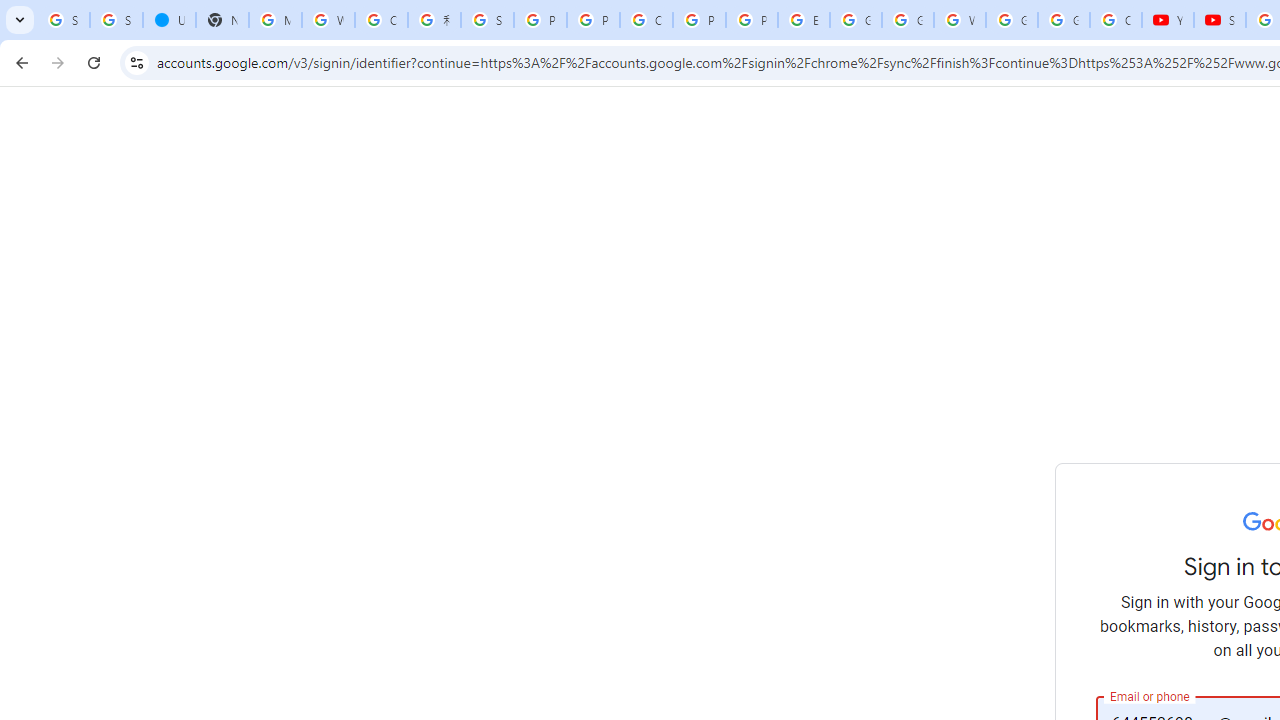 Image resolution: width=1280 pixels, height=720 pixels. Describe the element at coordinates (63, 20) in the screenshot. I see `'Sign in - Google Accounts'` at that location.